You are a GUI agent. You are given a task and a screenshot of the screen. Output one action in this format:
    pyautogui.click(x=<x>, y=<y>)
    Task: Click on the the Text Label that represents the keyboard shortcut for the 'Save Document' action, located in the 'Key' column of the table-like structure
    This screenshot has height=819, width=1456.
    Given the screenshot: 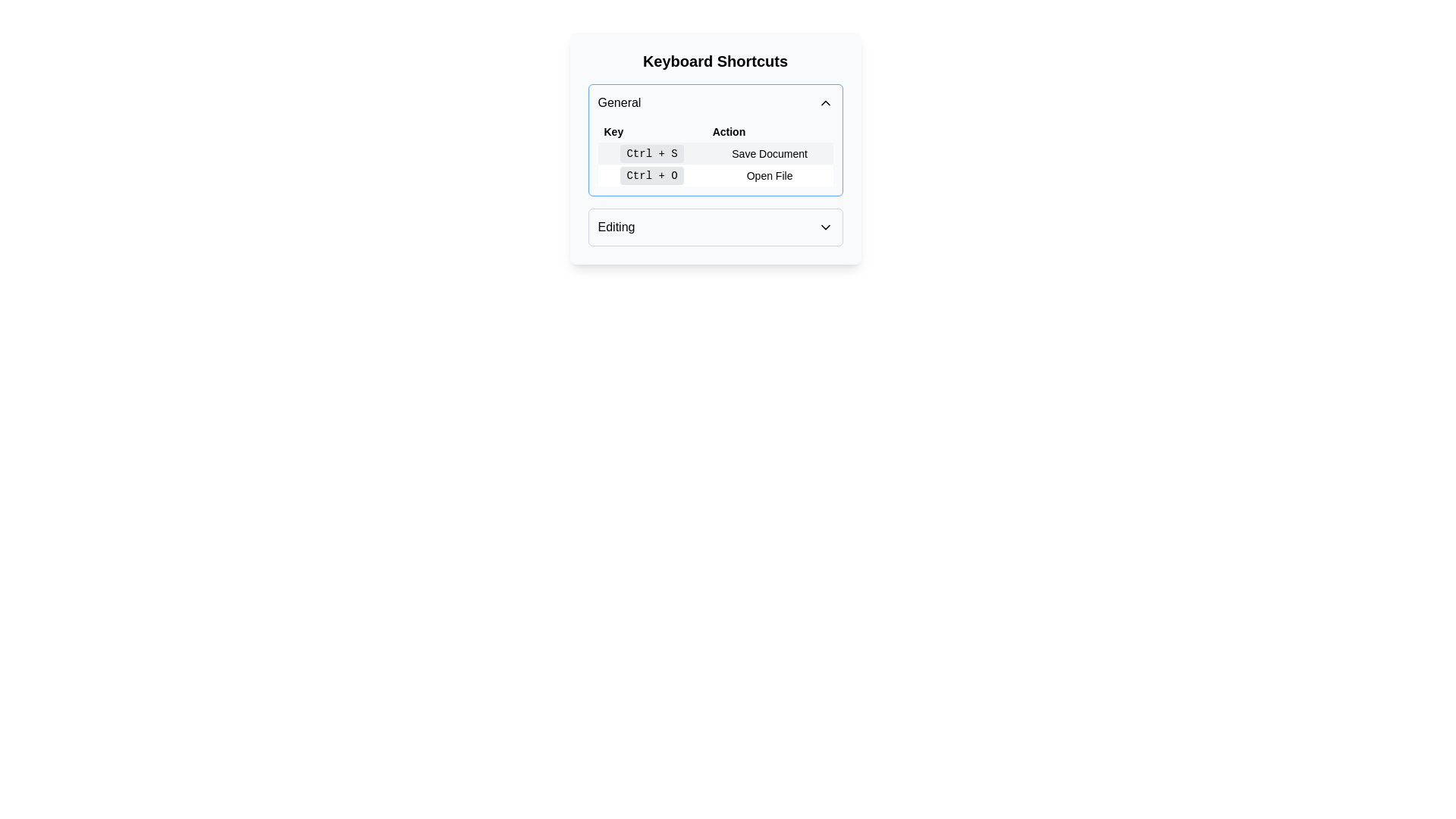 What is the action you would take?
    pyautogui.click(x=652, y=154)
    